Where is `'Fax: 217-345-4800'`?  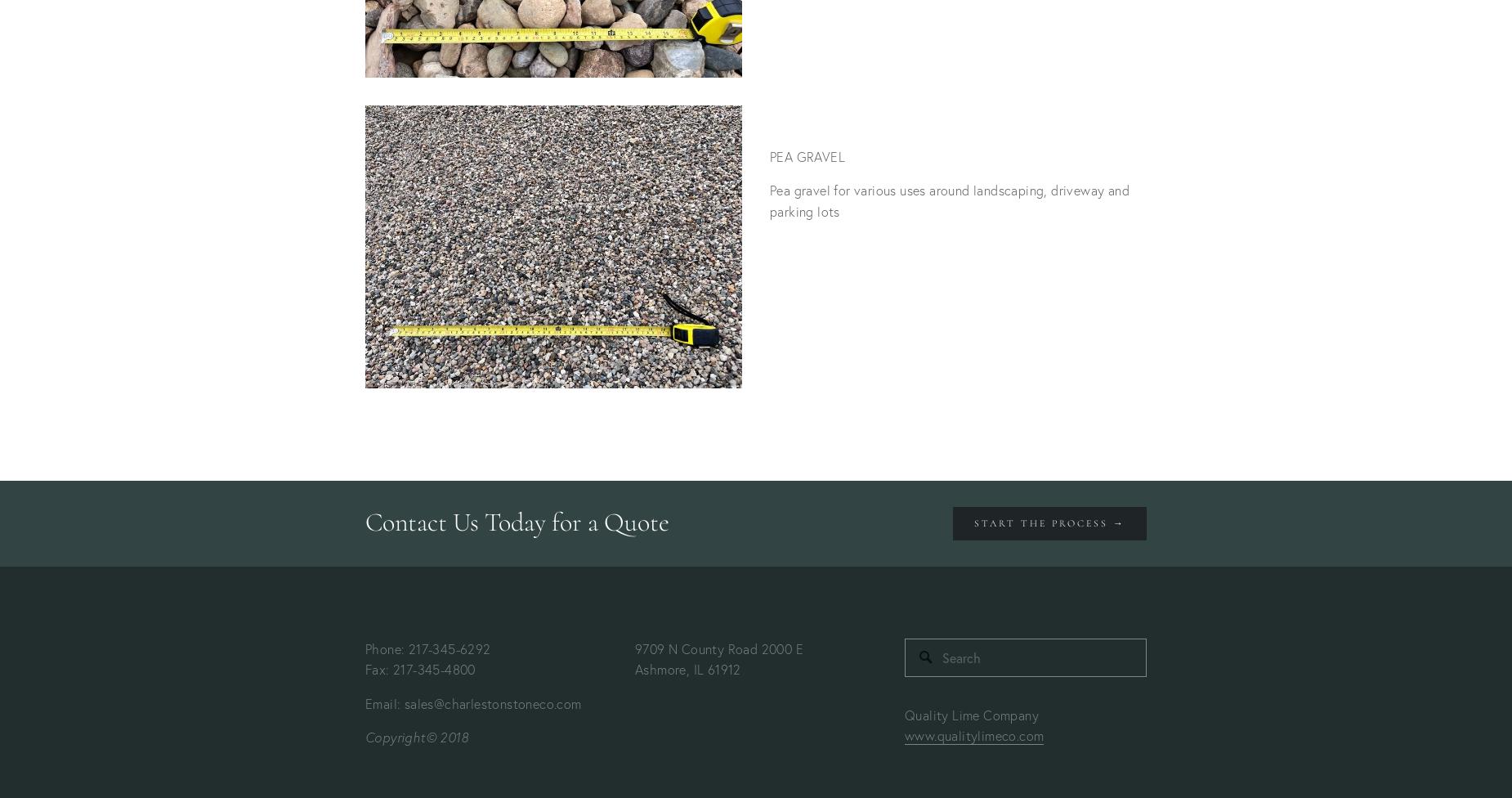
'Fax: 217-345-4800' is located at coordinates (419, 669).